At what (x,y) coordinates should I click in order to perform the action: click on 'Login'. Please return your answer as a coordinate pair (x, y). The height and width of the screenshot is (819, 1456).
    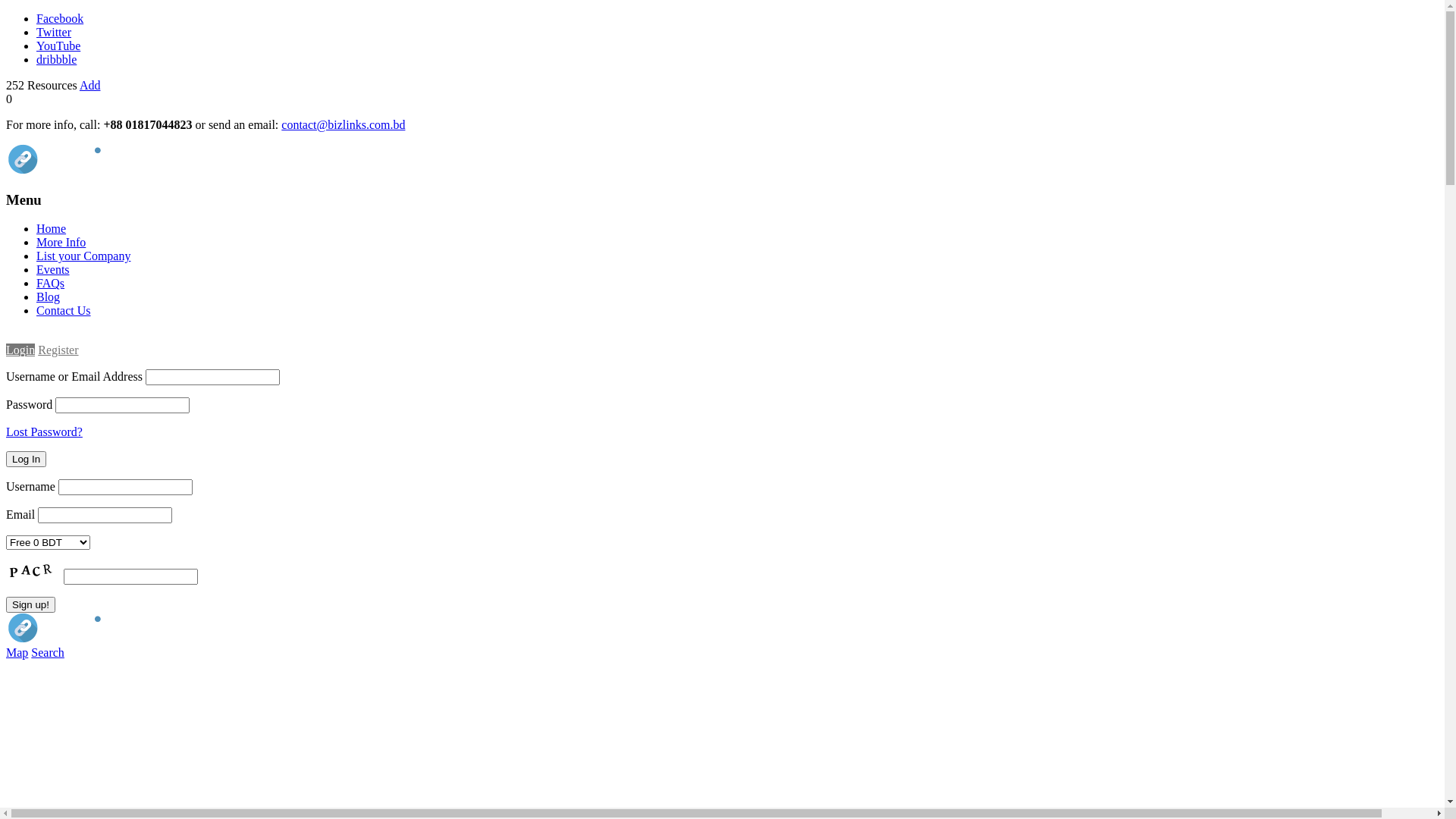
    Looking at the image, I should click on (6, 335).